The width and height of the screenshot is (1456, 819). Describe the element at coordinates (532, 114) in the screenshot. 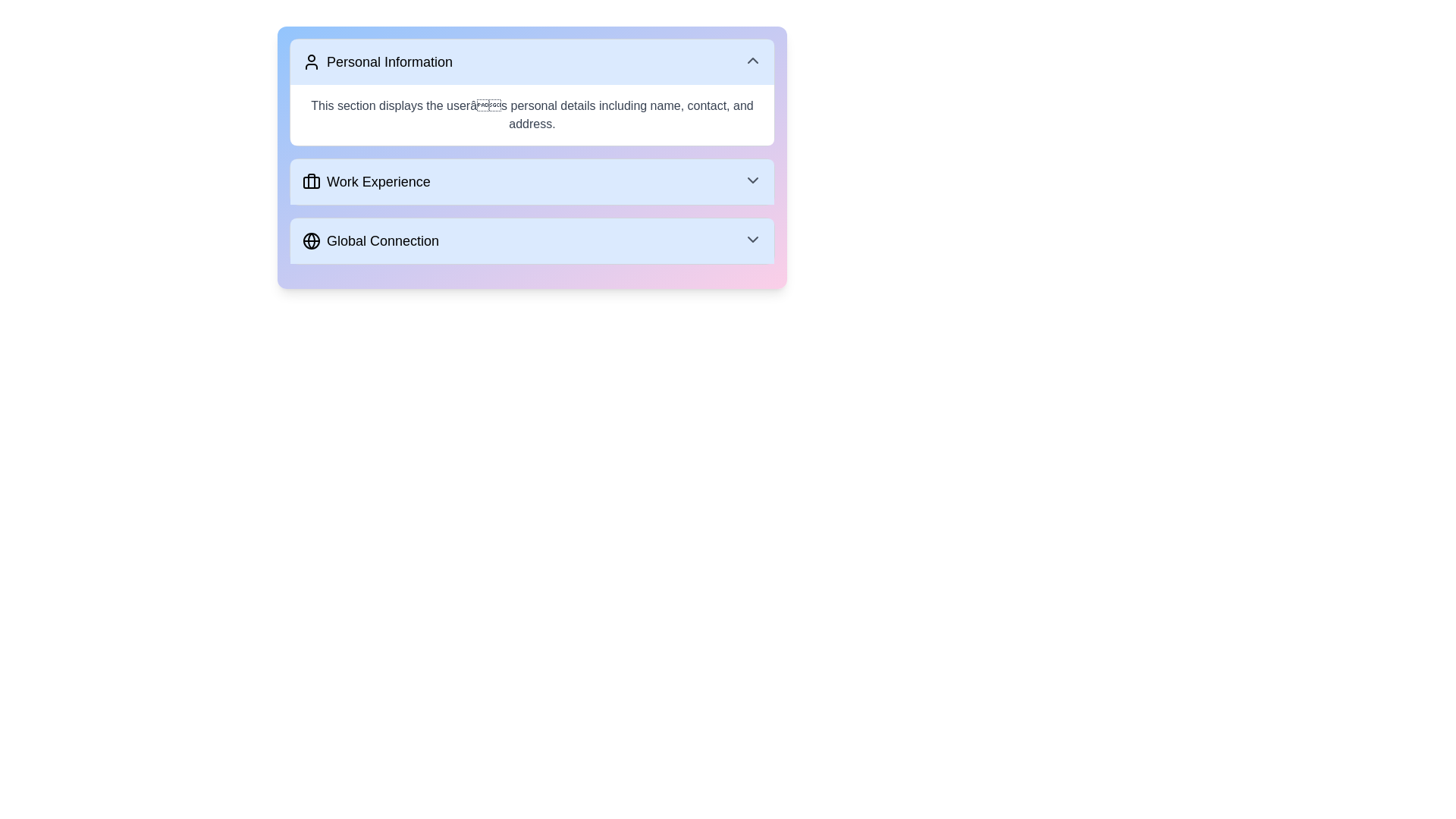

I see `the Informative Section containing the descriptive text about the user’s personal details, which has a white background and rounded bottom corners` at that location.